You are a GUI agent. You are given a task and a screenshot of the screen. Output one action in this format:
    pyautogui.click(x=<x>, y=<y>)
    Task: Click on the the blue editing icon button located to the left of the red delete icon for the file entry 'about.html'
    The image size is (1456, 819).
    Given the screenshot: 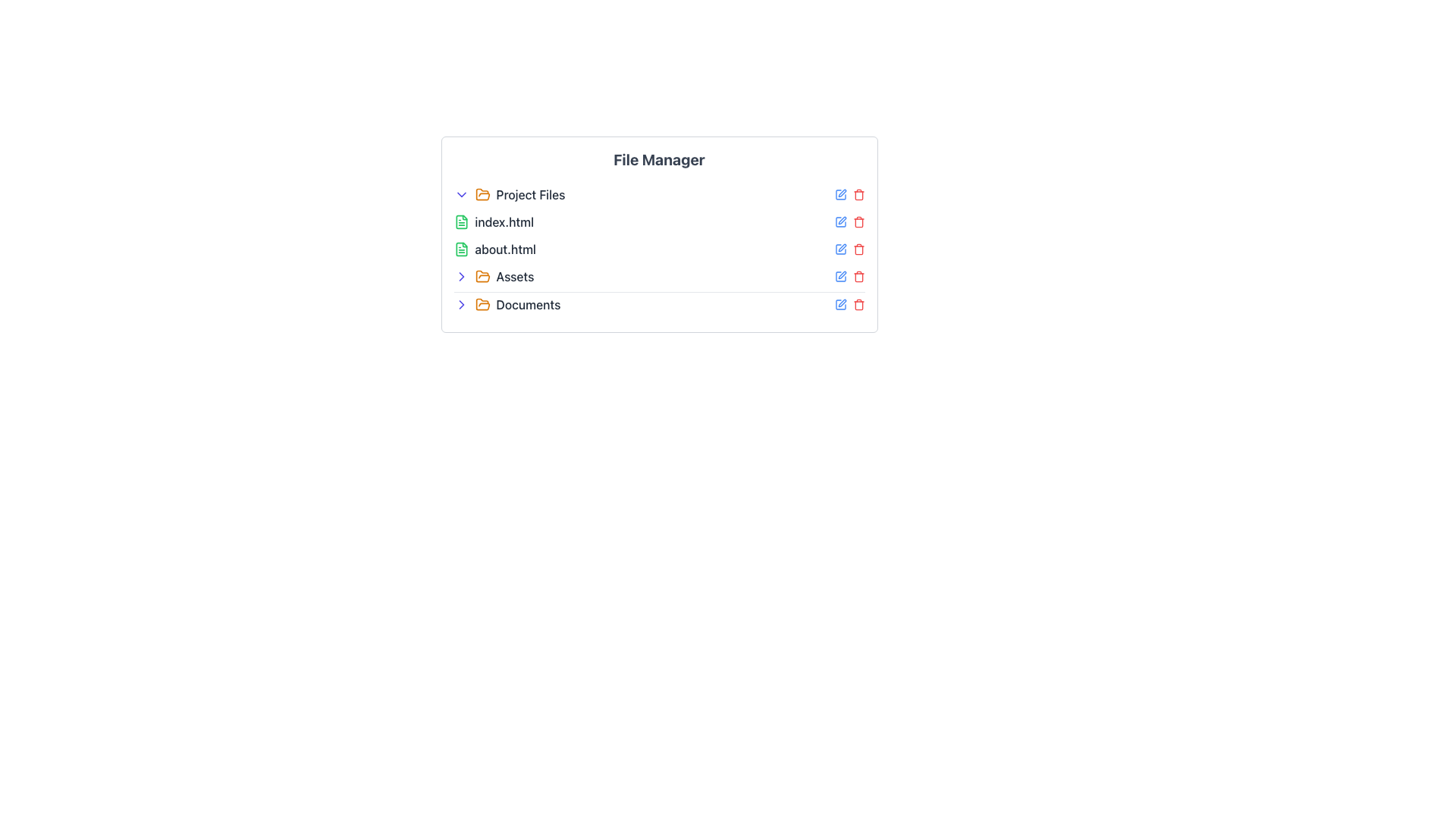 What is the action you would take?
    pyautogui.click(x=839, y=248)
    